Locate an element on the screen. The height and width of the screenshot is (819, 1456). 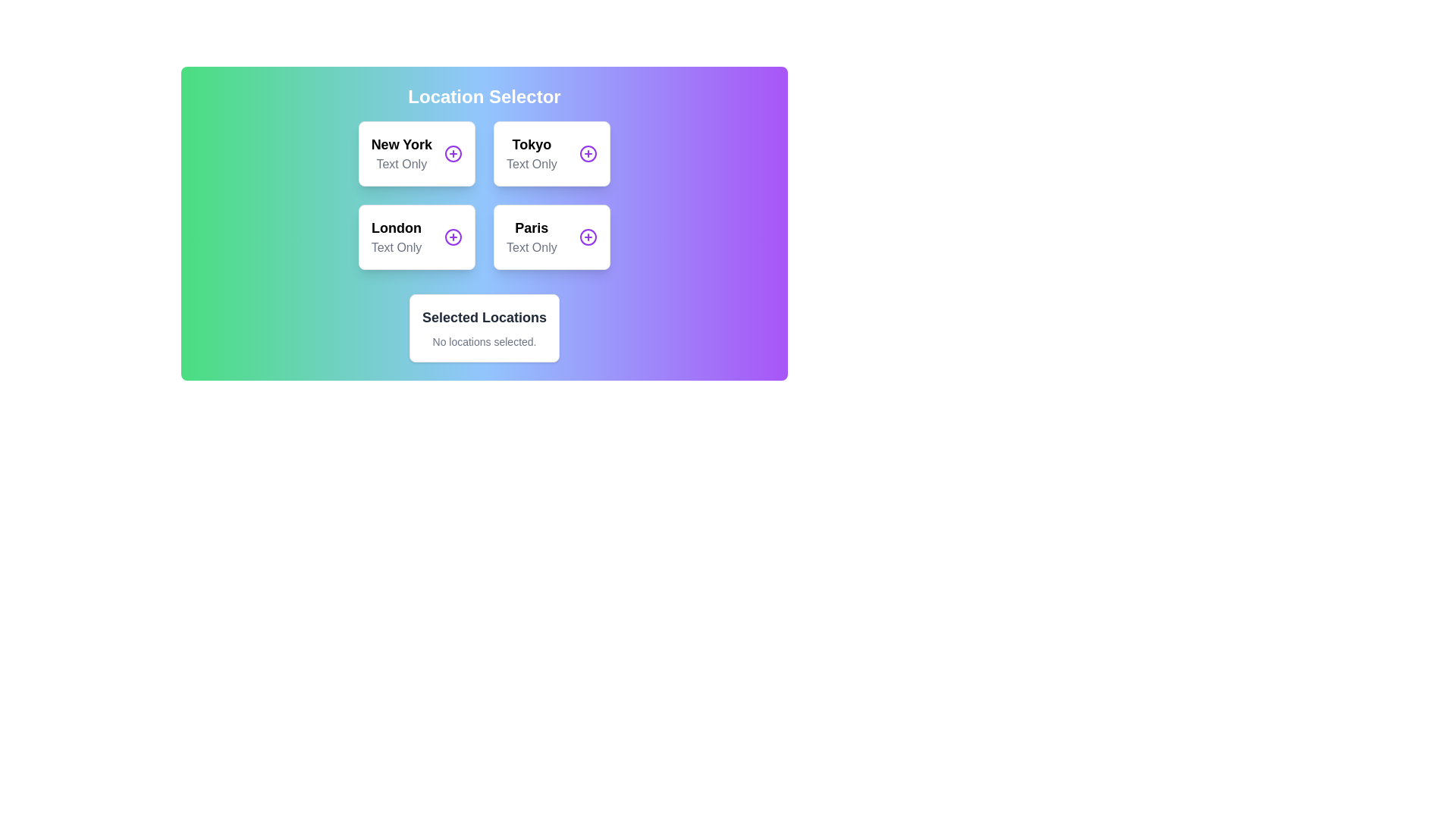
the selectable option labeled 'Paris', which is a Button-like card component positioned in the bottom-right corner of the grid layout is located at coordinates (551, 237).